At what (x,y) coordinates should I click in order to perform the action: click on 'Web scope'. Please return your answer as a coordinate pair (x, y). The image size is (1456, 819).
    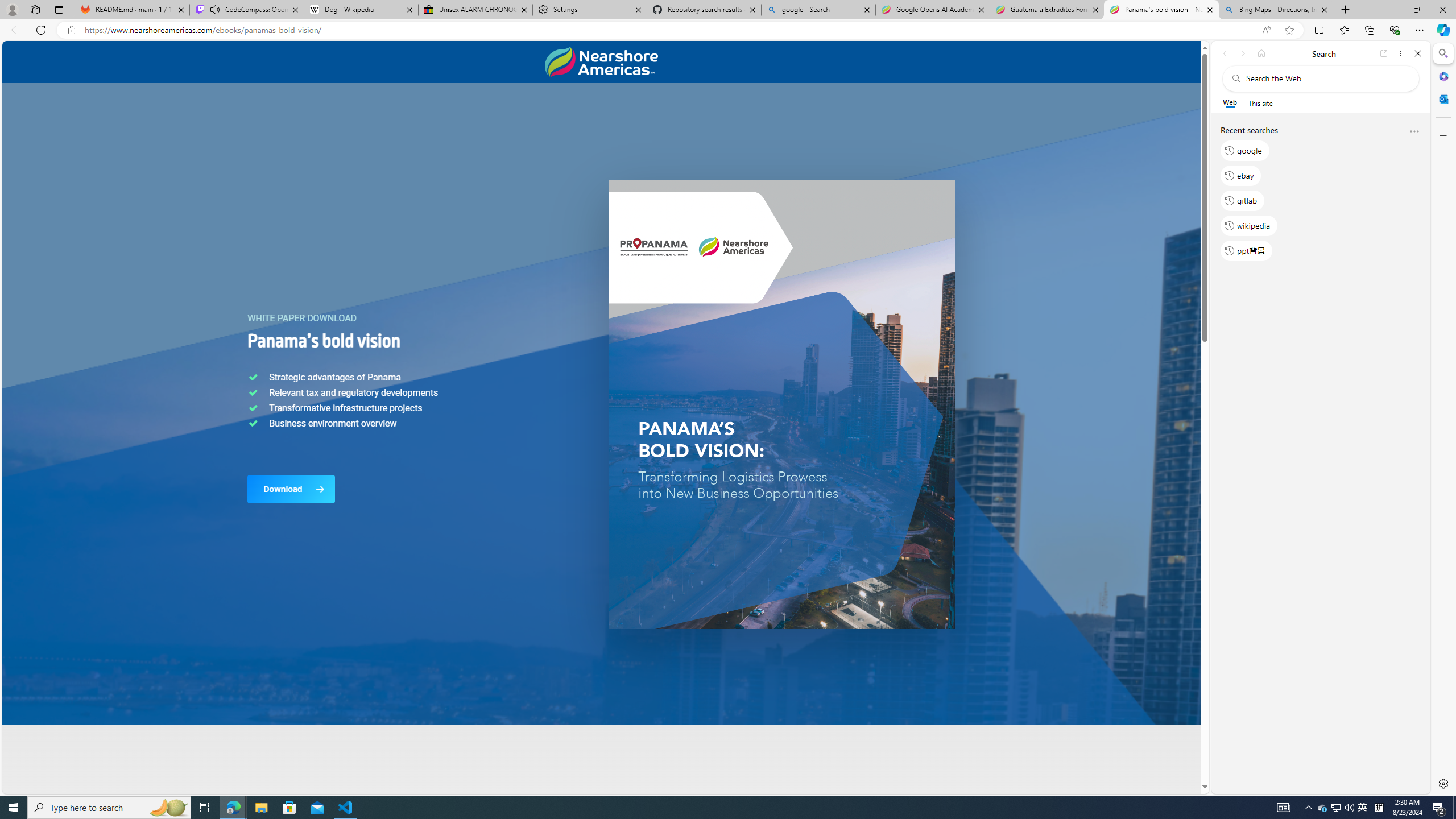
    Looking at the image, I should click on (1230, 102).